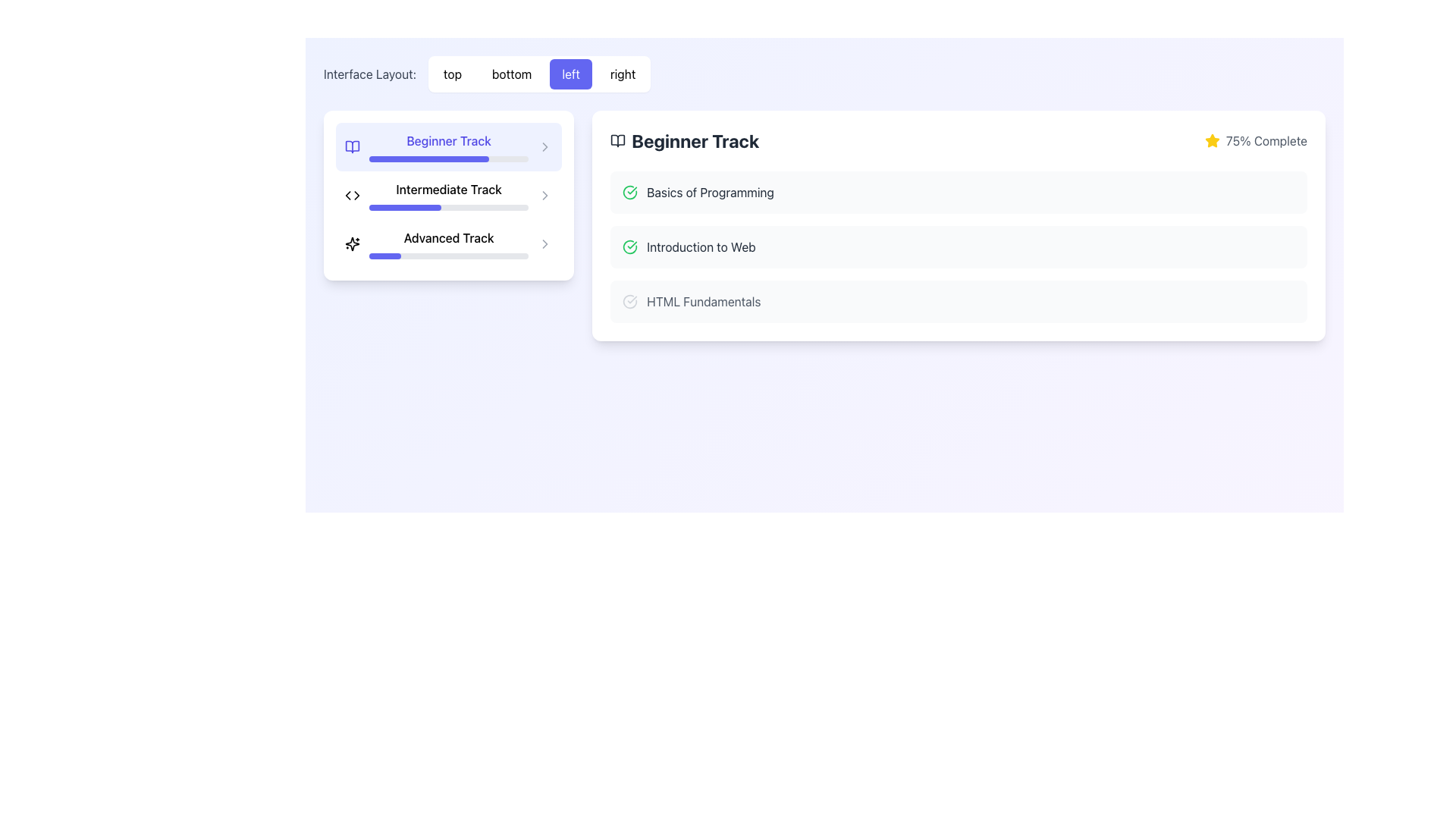 Image resolution: width=1456 pixels, height=819 pixels. Describe the element at coordinates (405, 207) in the screenshot. I see `the leftmost segment of the horizontal progress bar, which is styled with a vivid indigo color and rounded edges, located beneath the 'Intermediate Track' label and icon` at that location.